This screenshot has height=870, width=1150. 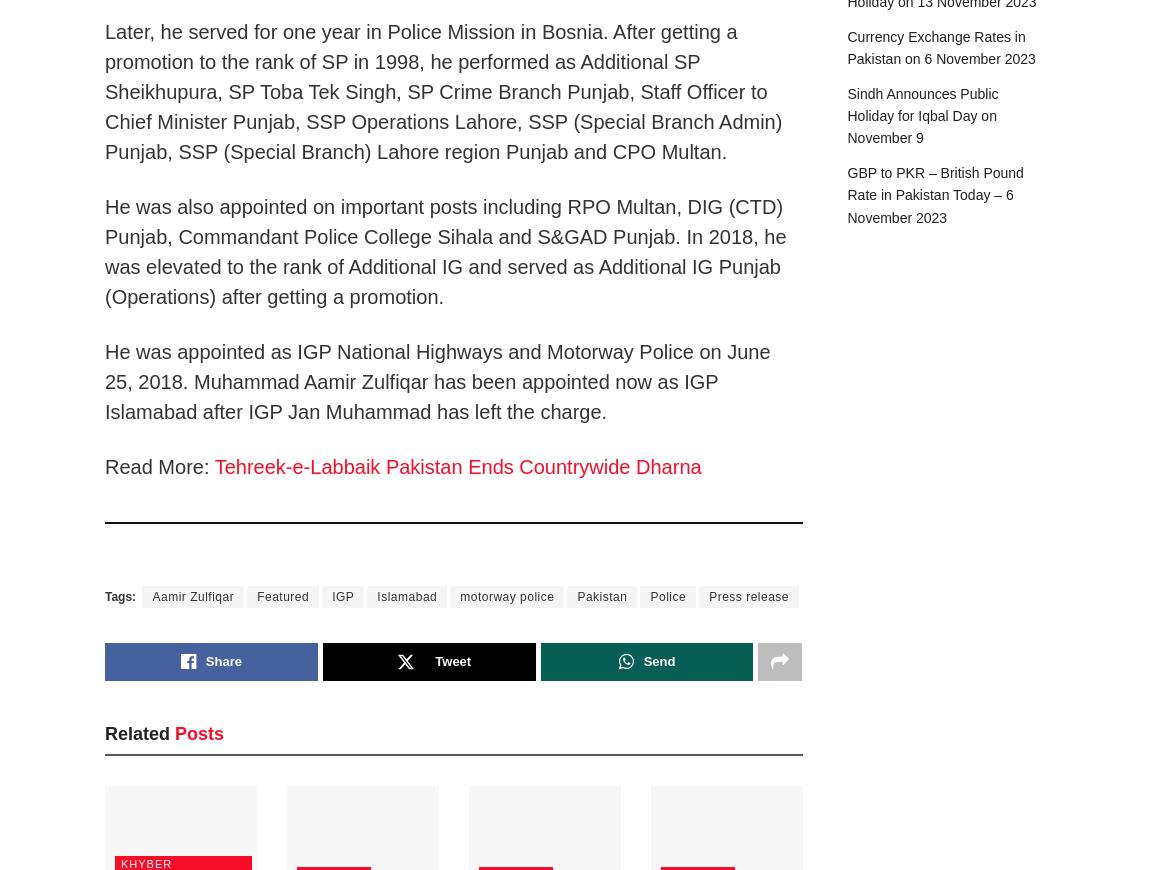 What do you see at coordinates (136, 732) in the screenshot?
I see `'Related'` at bounding box center [136, 732].